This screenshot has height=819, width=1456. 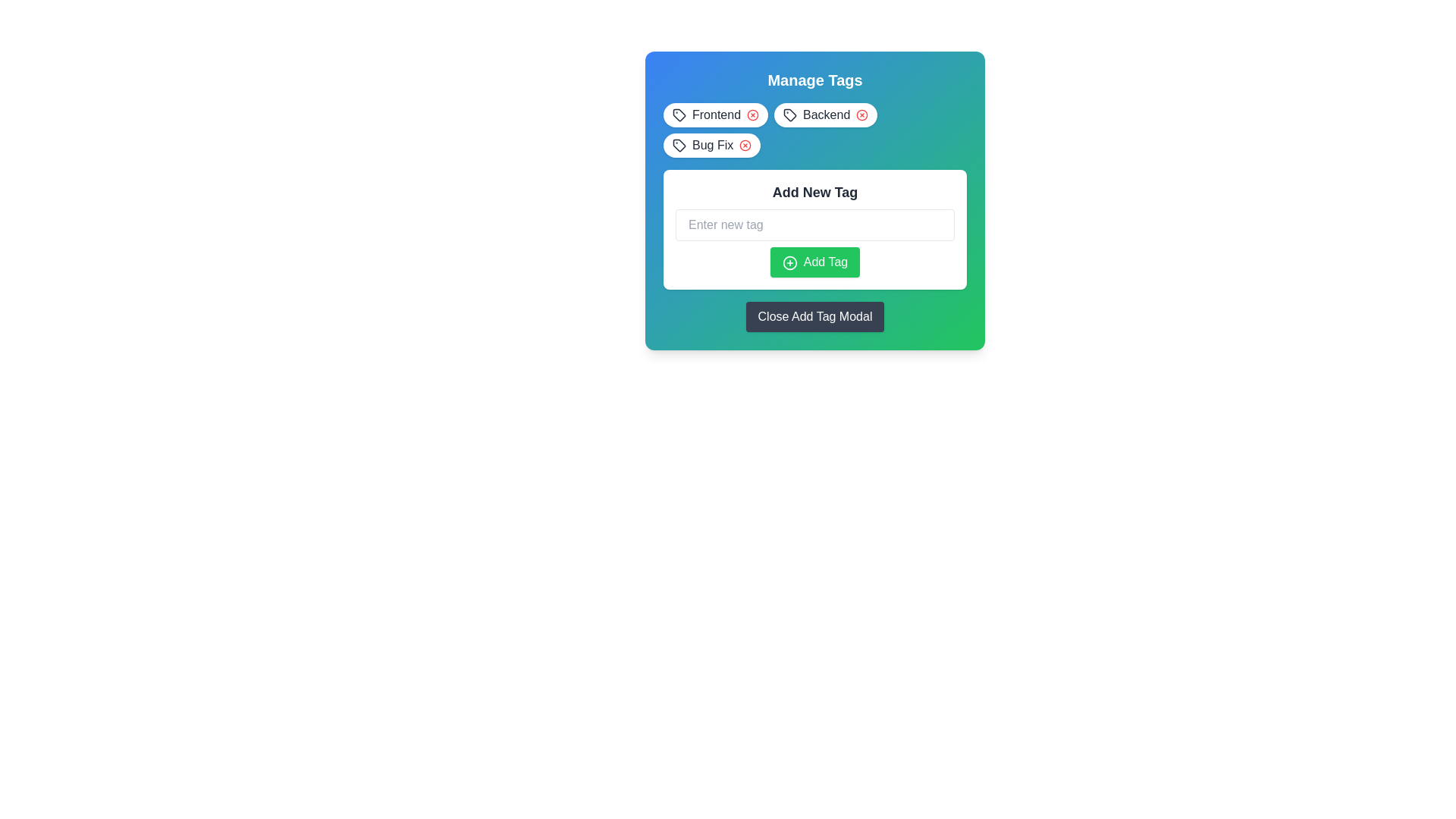 What do you see at coordinates (753, 114) in the screenshot?
I see `the circular graphic element that serves as the close button for the 'Frontend' tag, indicating its functionality to remove or dismiss the associated tag label` at bounding box center [753, 114].